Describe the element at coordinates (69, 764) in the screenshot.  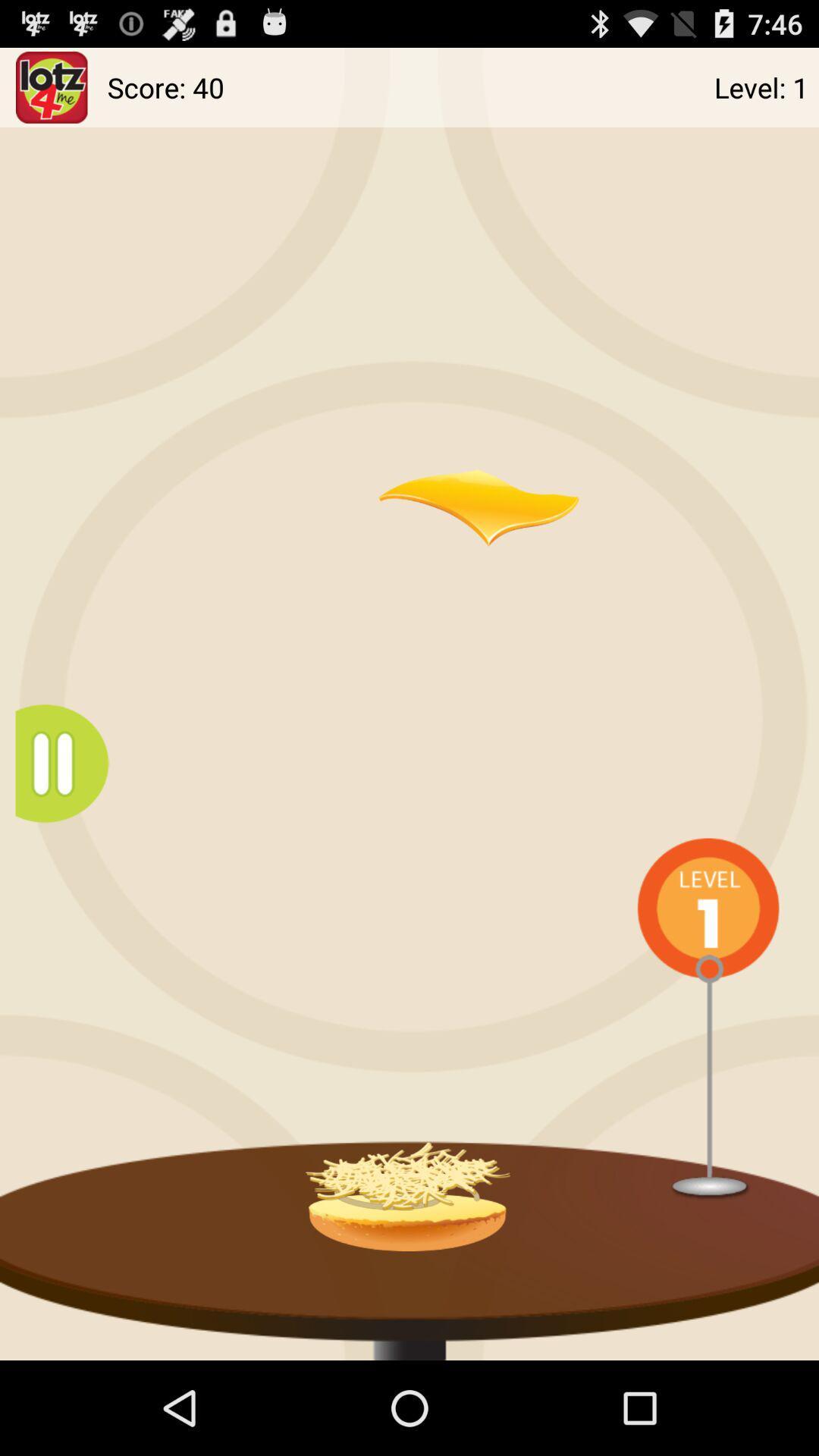
I see `pause the game` at that location.